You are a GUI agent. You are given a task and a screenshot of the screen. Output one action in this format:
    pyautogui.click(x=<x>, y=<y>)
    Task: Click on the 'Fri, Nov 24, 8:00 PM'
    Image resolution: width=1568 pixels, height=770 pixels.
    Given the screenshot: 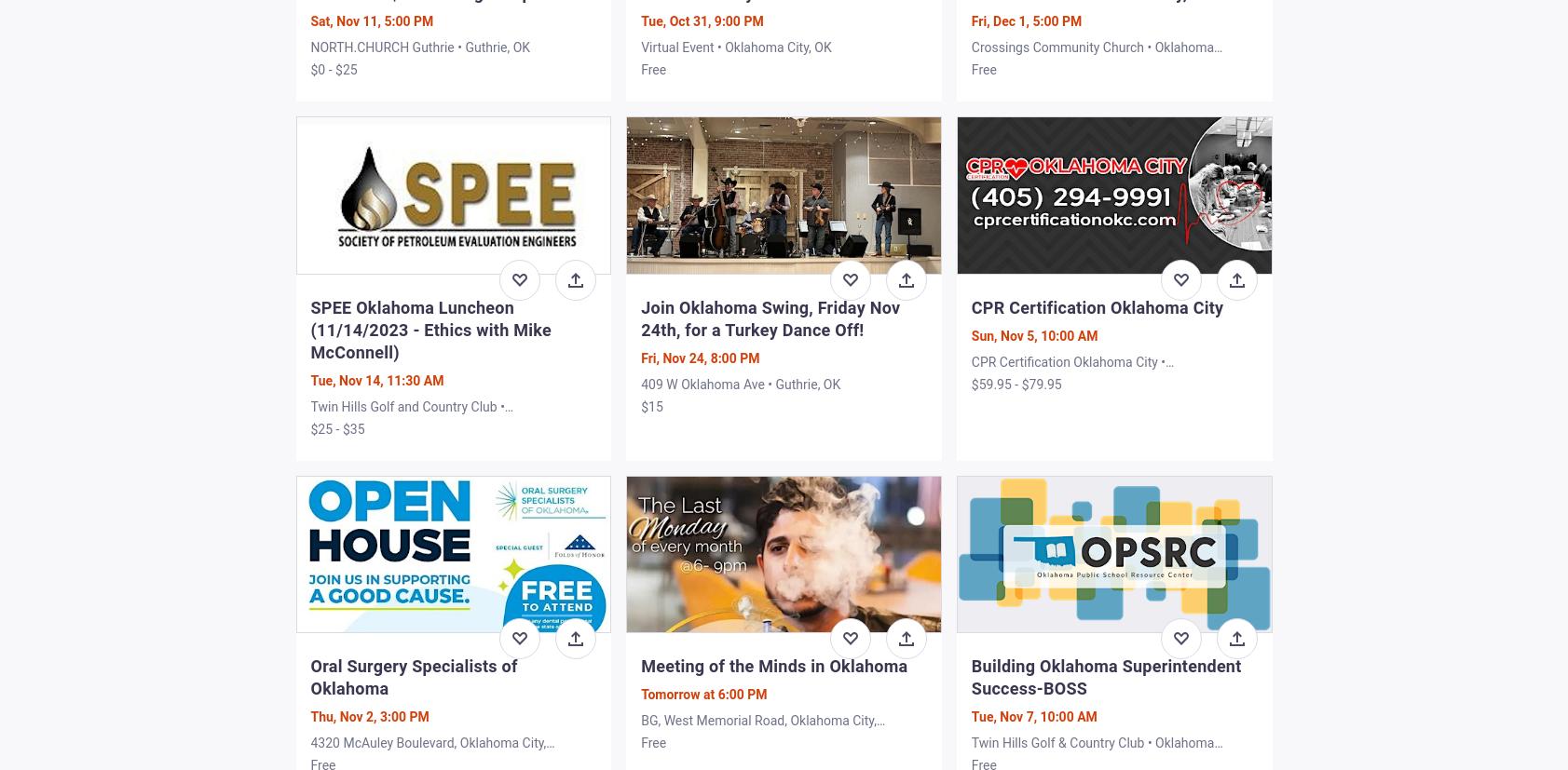 What is the action you would take?
    pyautogui.click(x=699, y=357)
    